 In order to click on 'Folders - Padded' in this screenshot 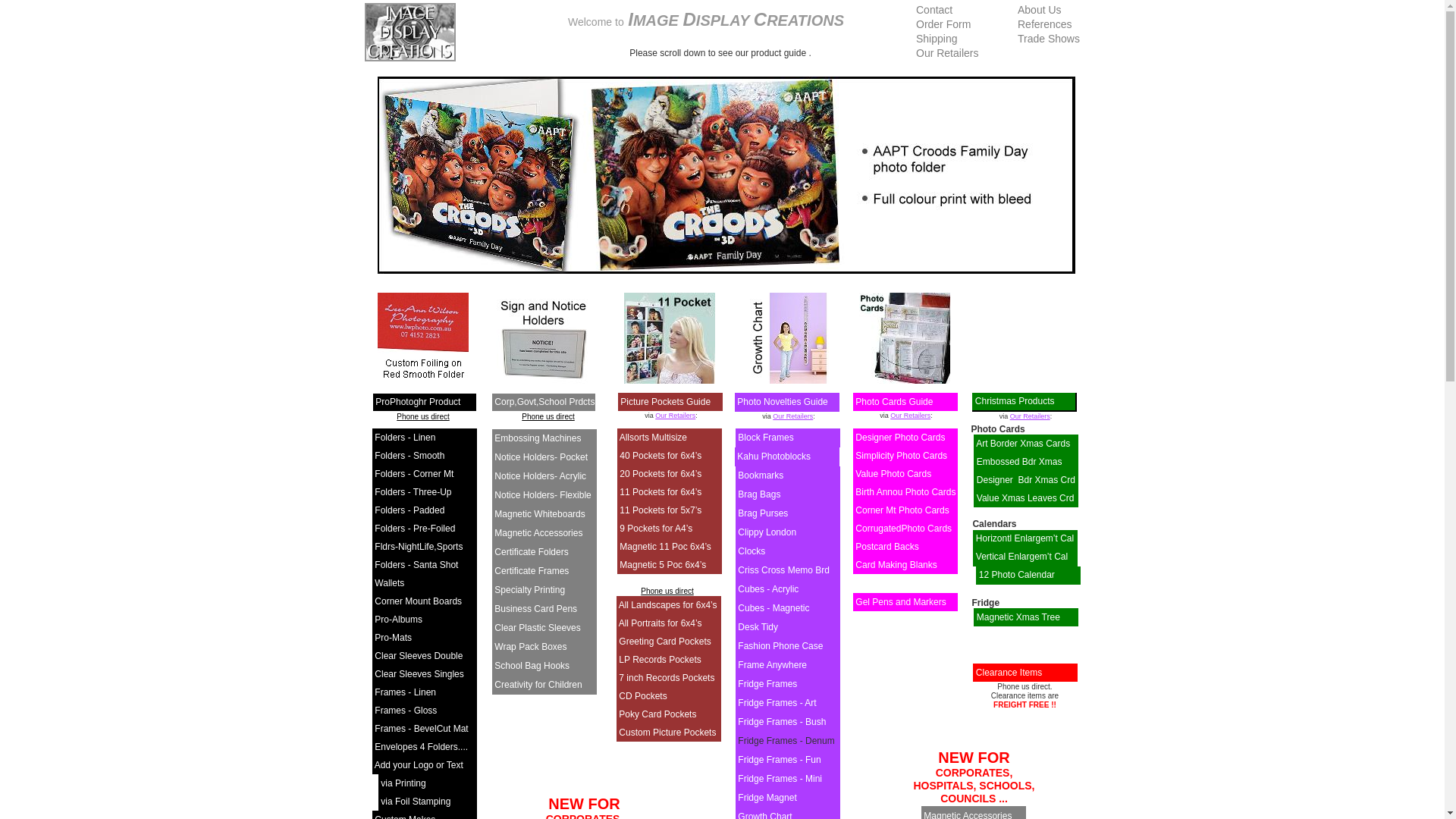, I will do `click(409, 510)`.